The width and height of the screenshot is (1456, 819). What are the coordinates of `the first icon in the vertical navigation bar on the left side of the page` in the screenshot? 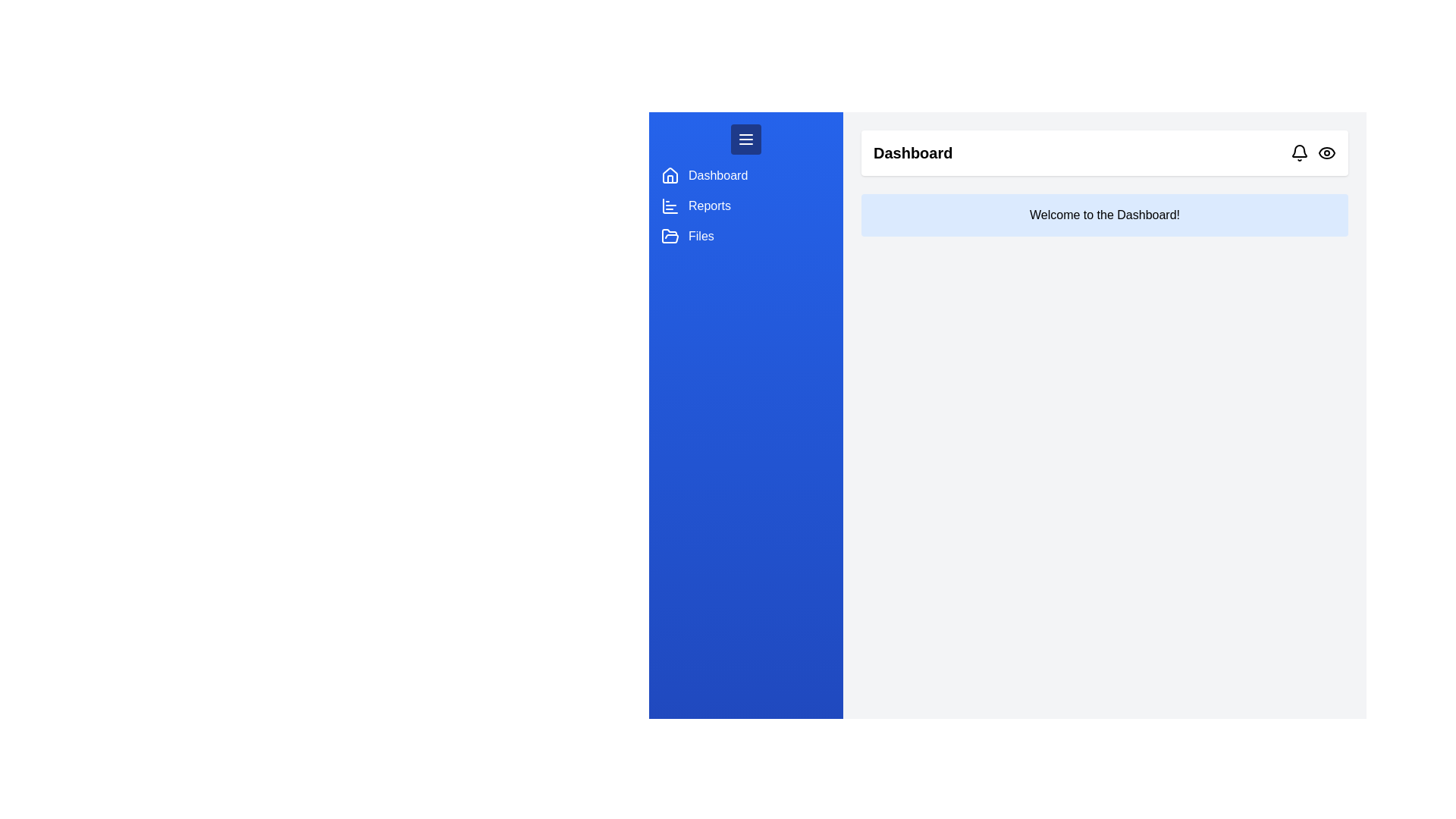 It's located at (669, 174).